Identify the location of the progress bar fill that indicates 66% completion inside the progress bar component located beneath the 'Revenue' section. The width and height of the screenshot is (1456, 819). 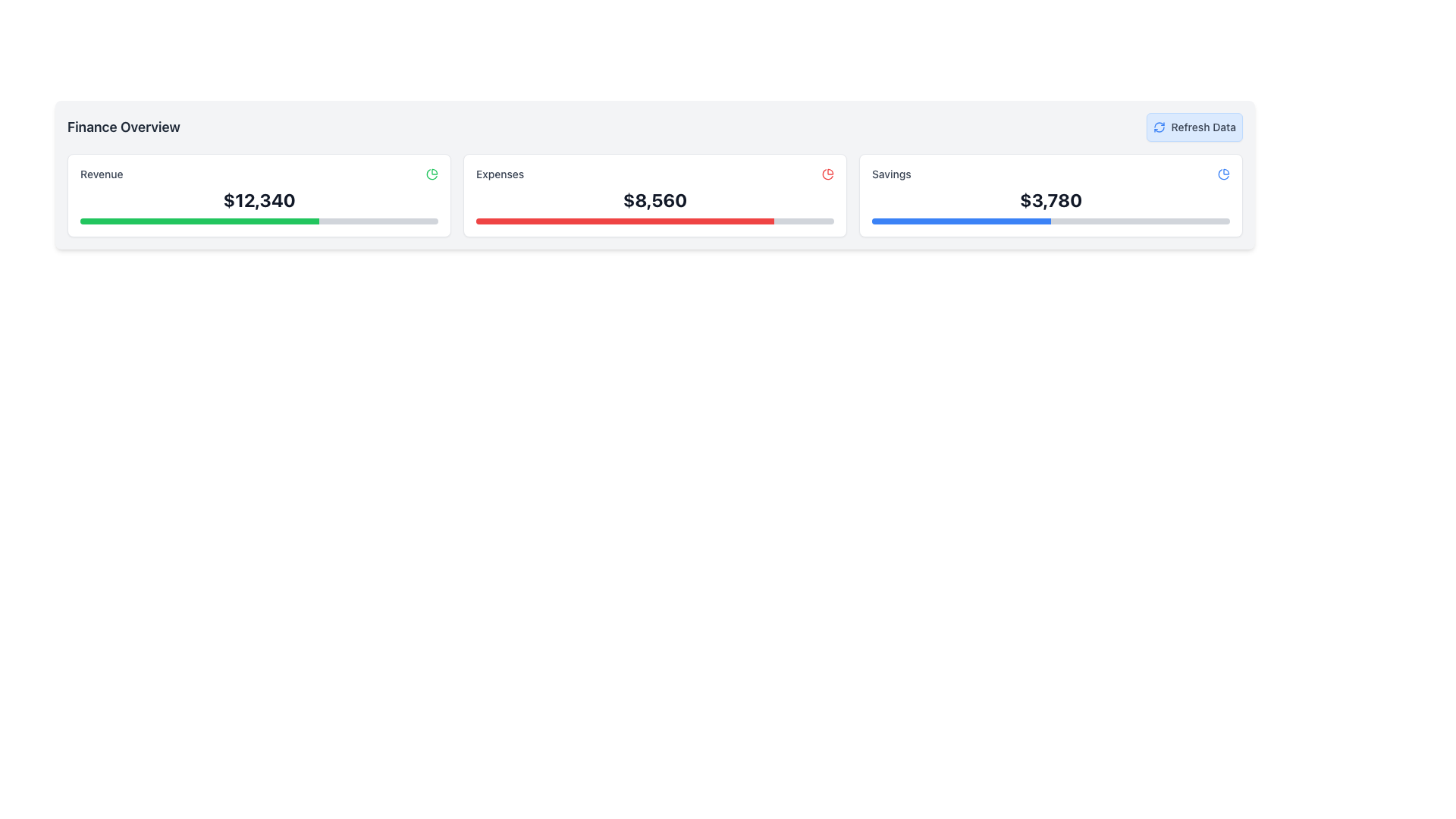
(199, 221).